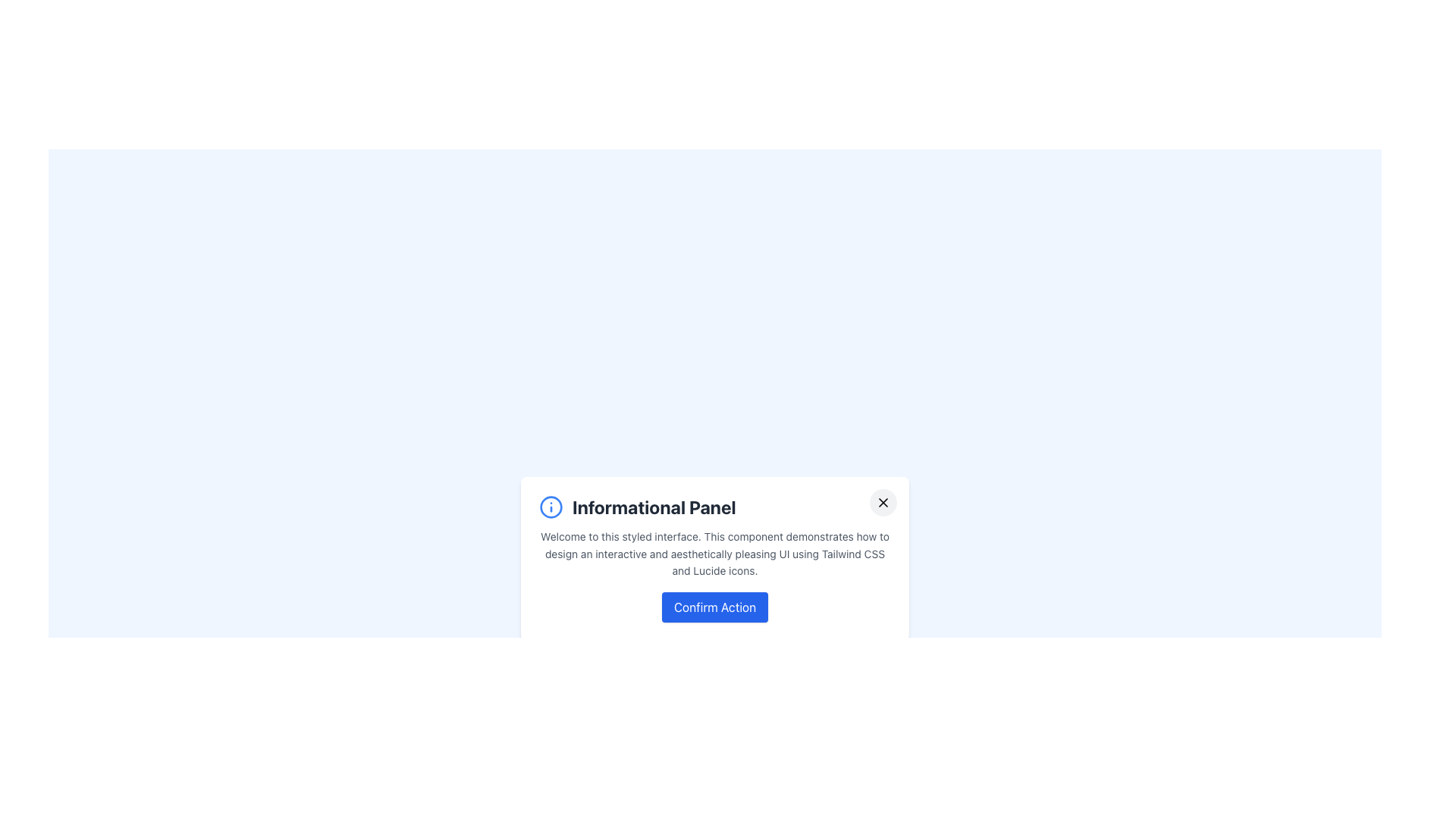  What do you see at coordinates (883, 502) in the screenshot?
I see `the close button represented by the 'X' icon in the top-right corner of the 'Informational Panel'` at bounding box center [883, 502].